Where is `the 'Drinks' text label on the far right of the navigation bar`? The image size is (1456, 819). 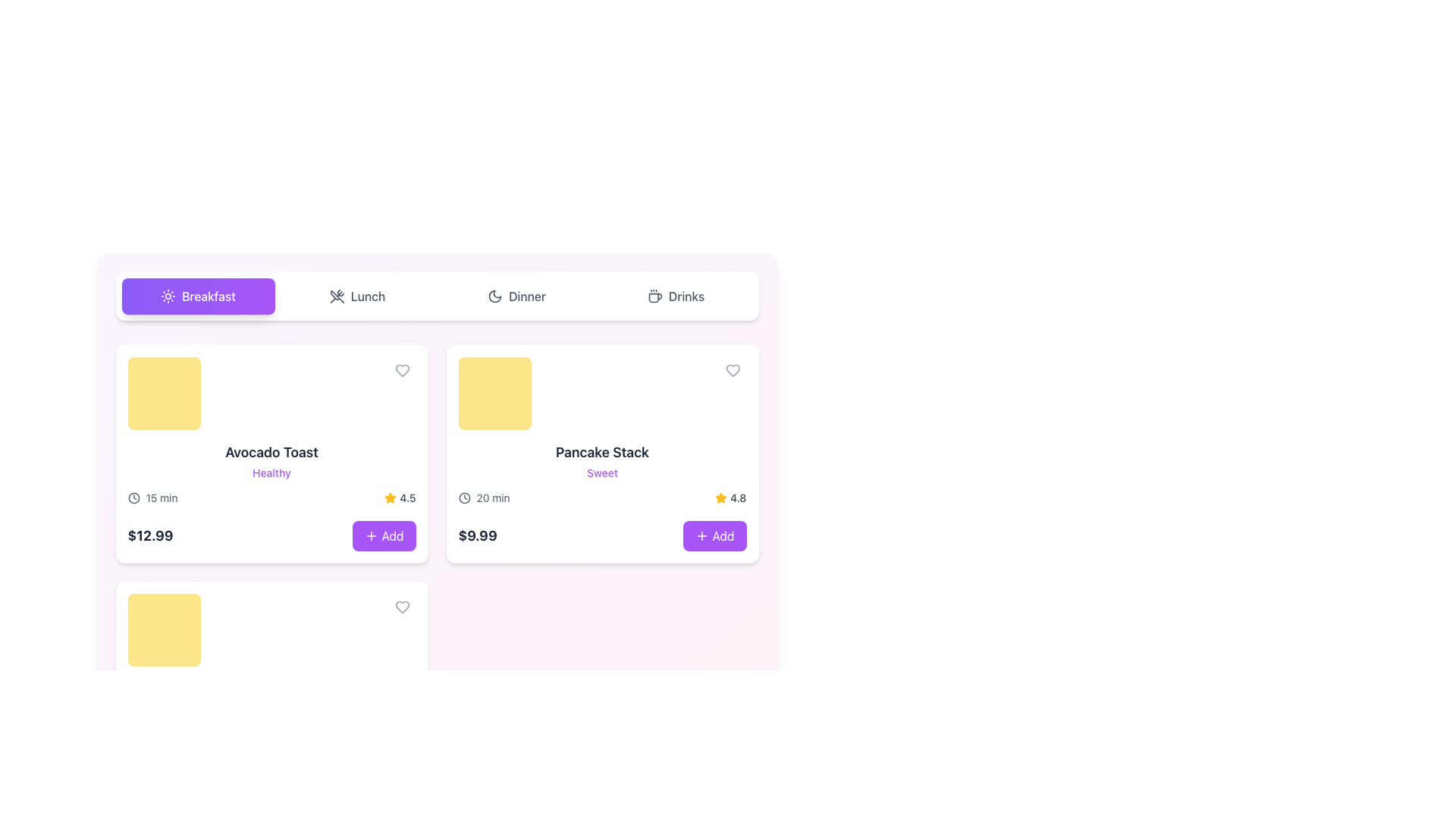 the 'Drinks' text label on the far right of the navigation bar is located at coordinates (686, 296).